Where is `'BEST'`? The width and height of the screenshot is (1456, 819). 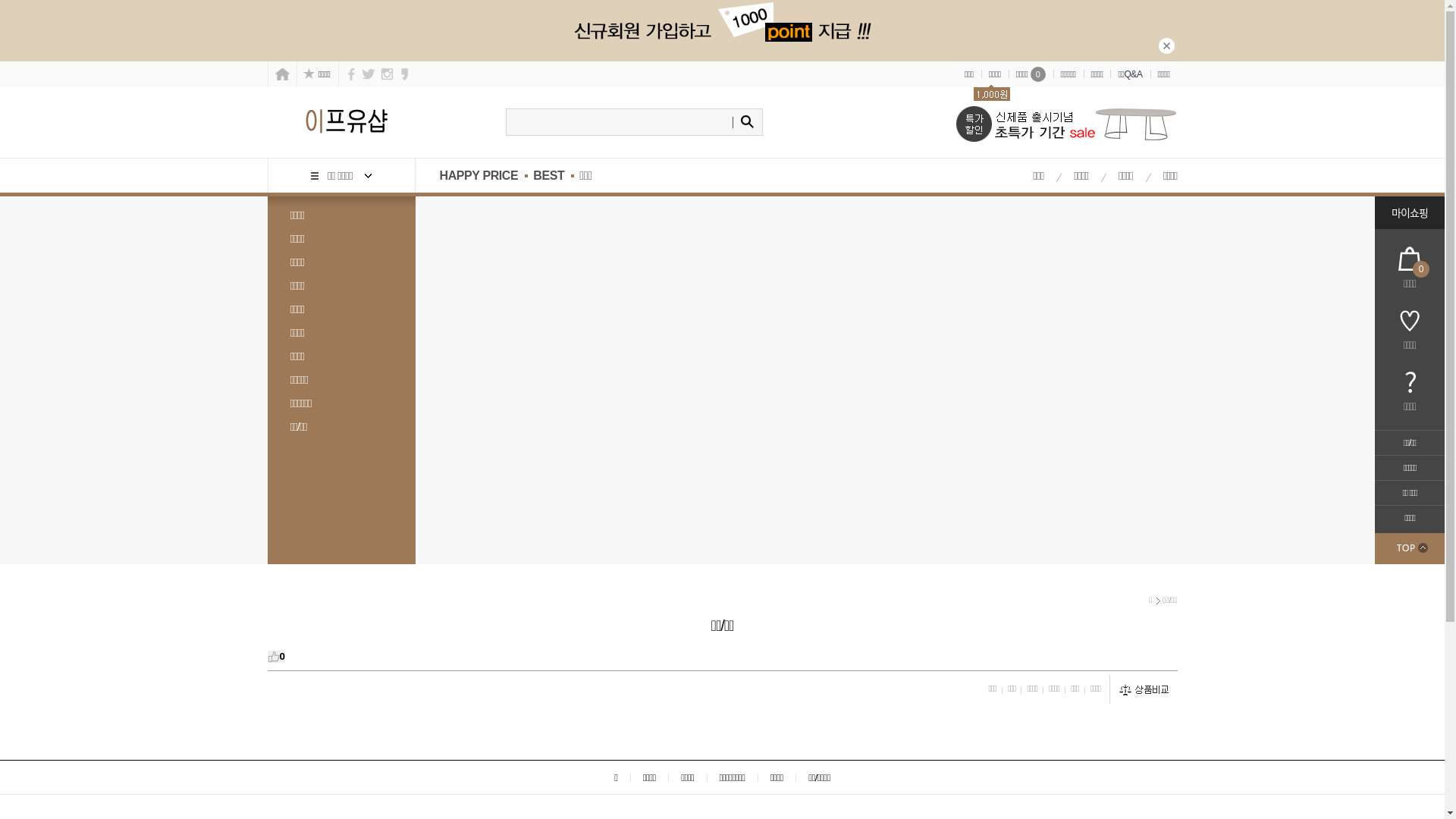
'BEST' is located at coordinates (548, 174).